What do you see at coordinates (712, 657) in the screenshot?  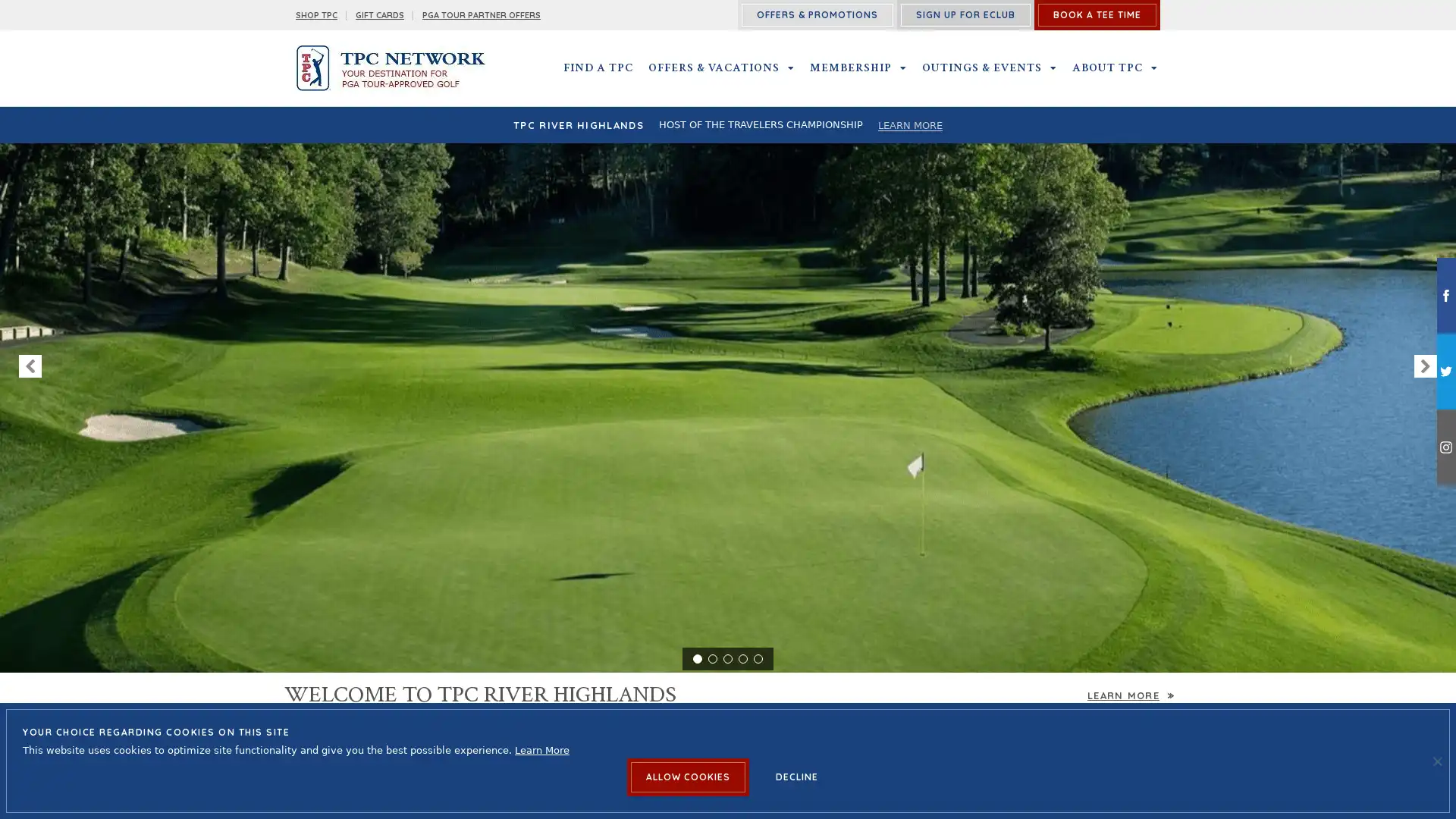 I see `2 of 5` at bounding box center [712, 657].